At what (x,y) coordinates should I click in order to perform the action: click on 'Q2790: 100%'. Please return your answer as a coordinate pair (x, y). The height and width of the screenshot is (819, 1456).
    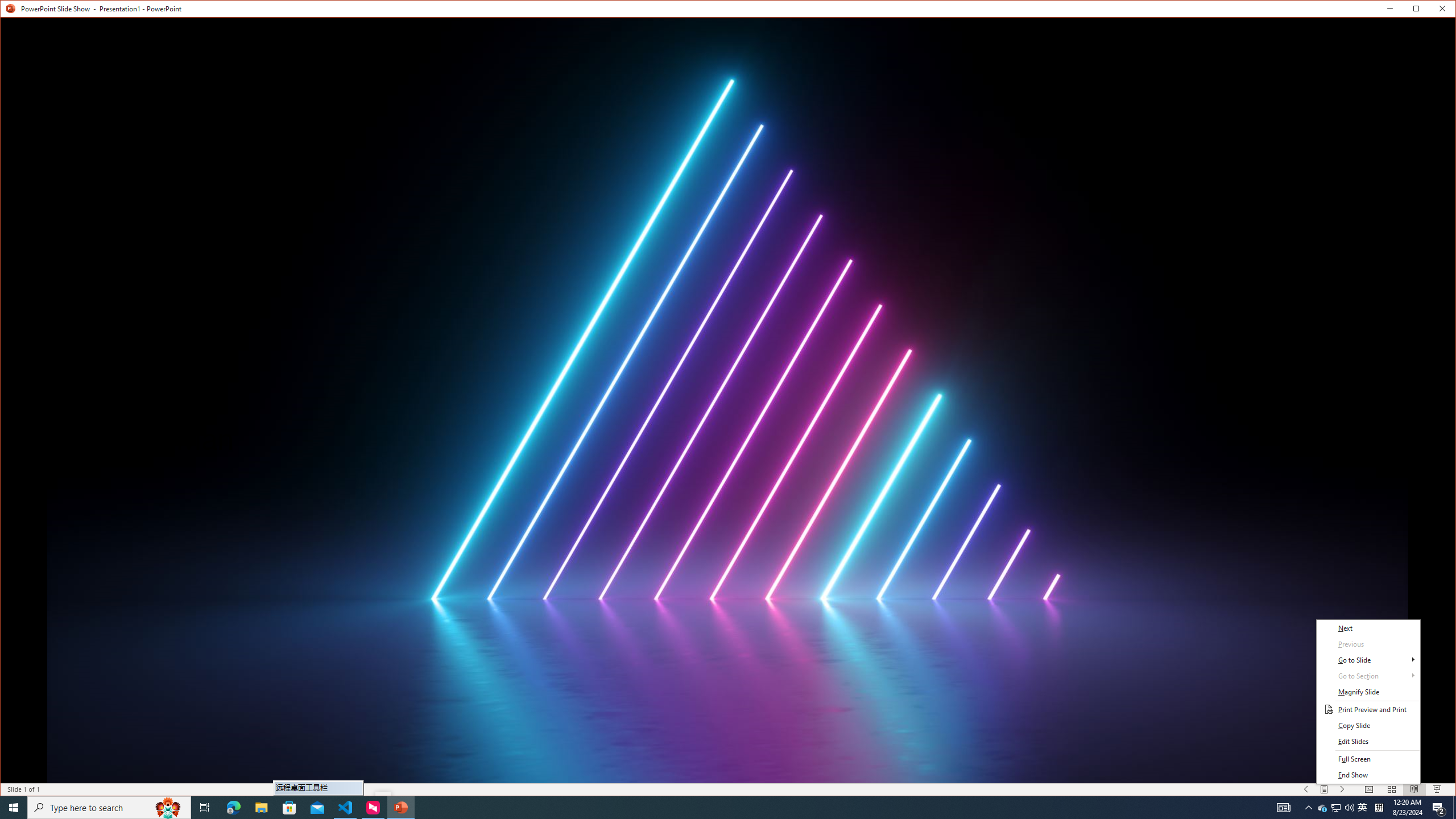
    Looking at the image, I should click on (1349, 806).